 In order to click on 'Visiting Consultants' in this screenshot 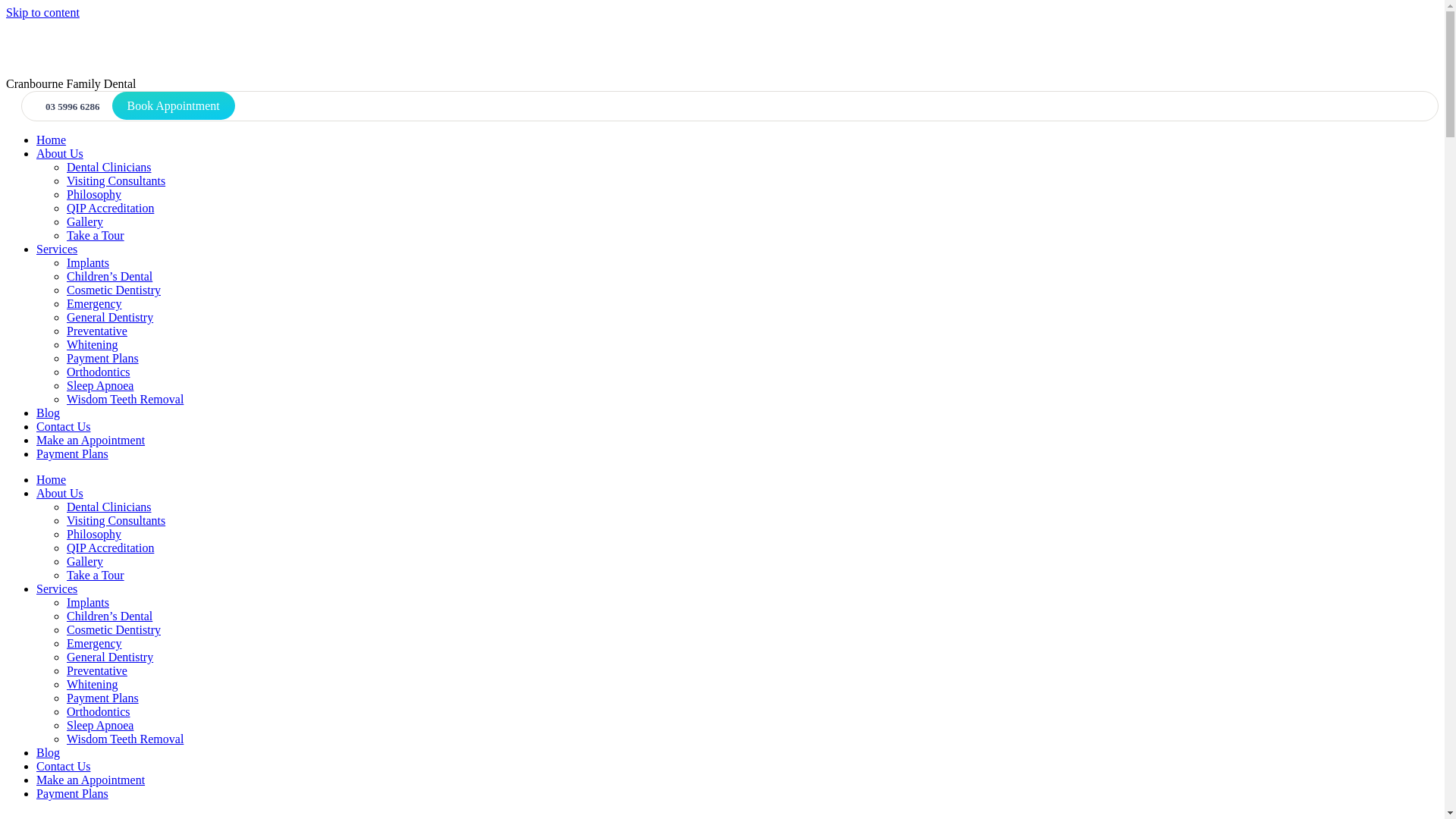, I will do `click(65, 180)`.